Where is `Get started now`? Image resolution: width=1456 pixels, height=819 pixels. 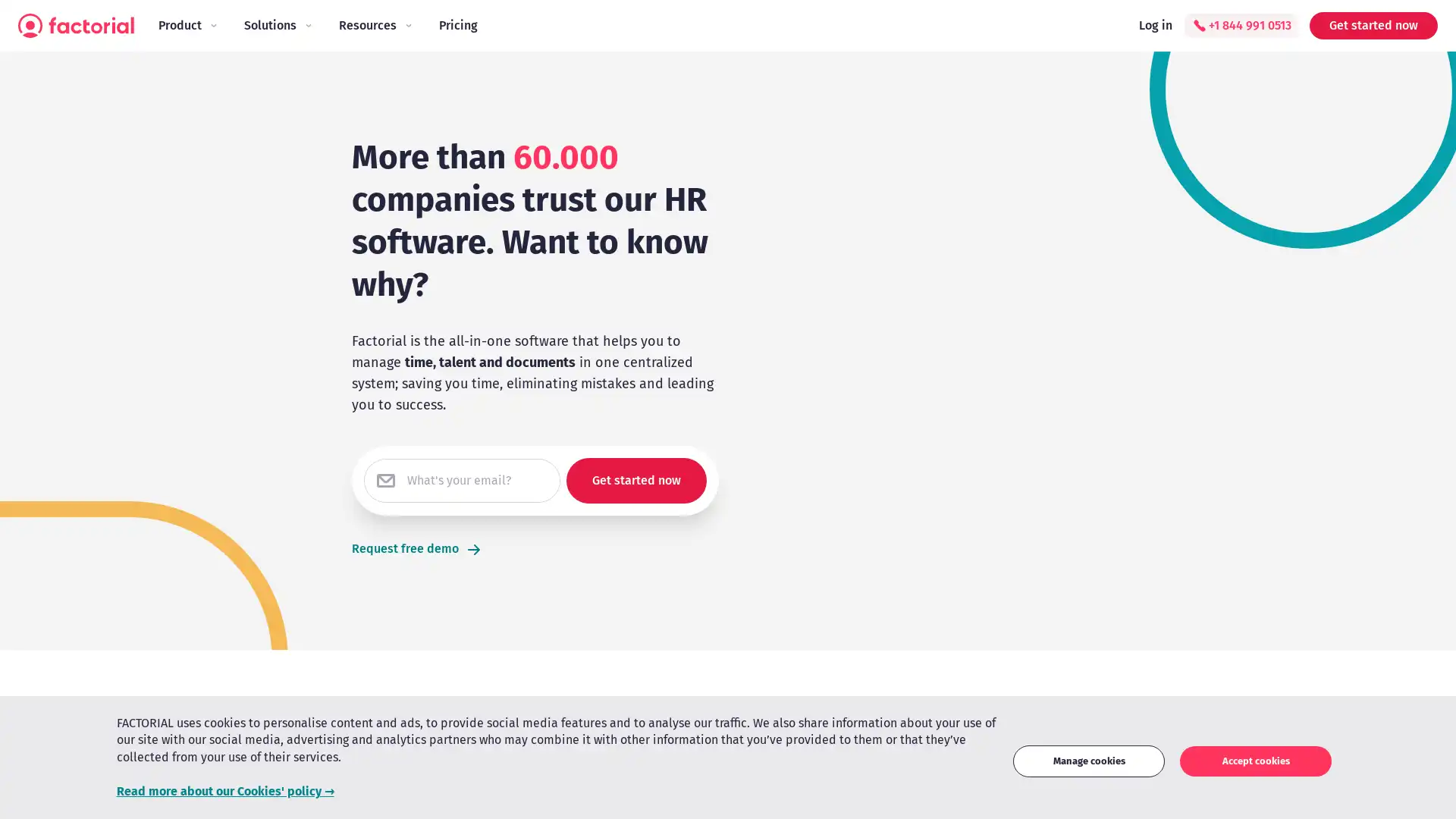 Get started now is located at coordinates (636, 480).